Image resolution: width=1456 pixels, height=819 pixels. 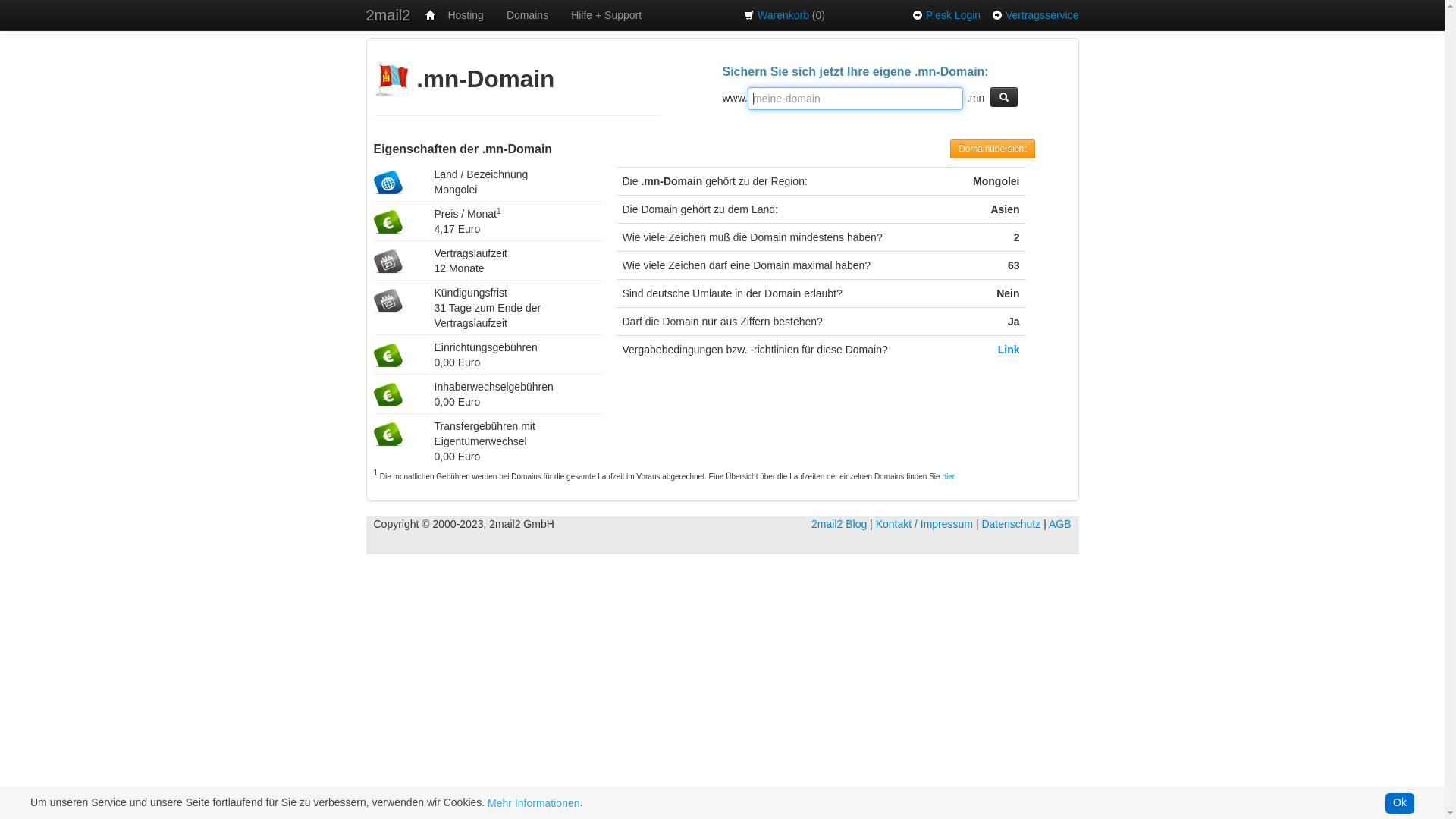 I want to click on 'Warenkorb', so click(x=783, y=14).